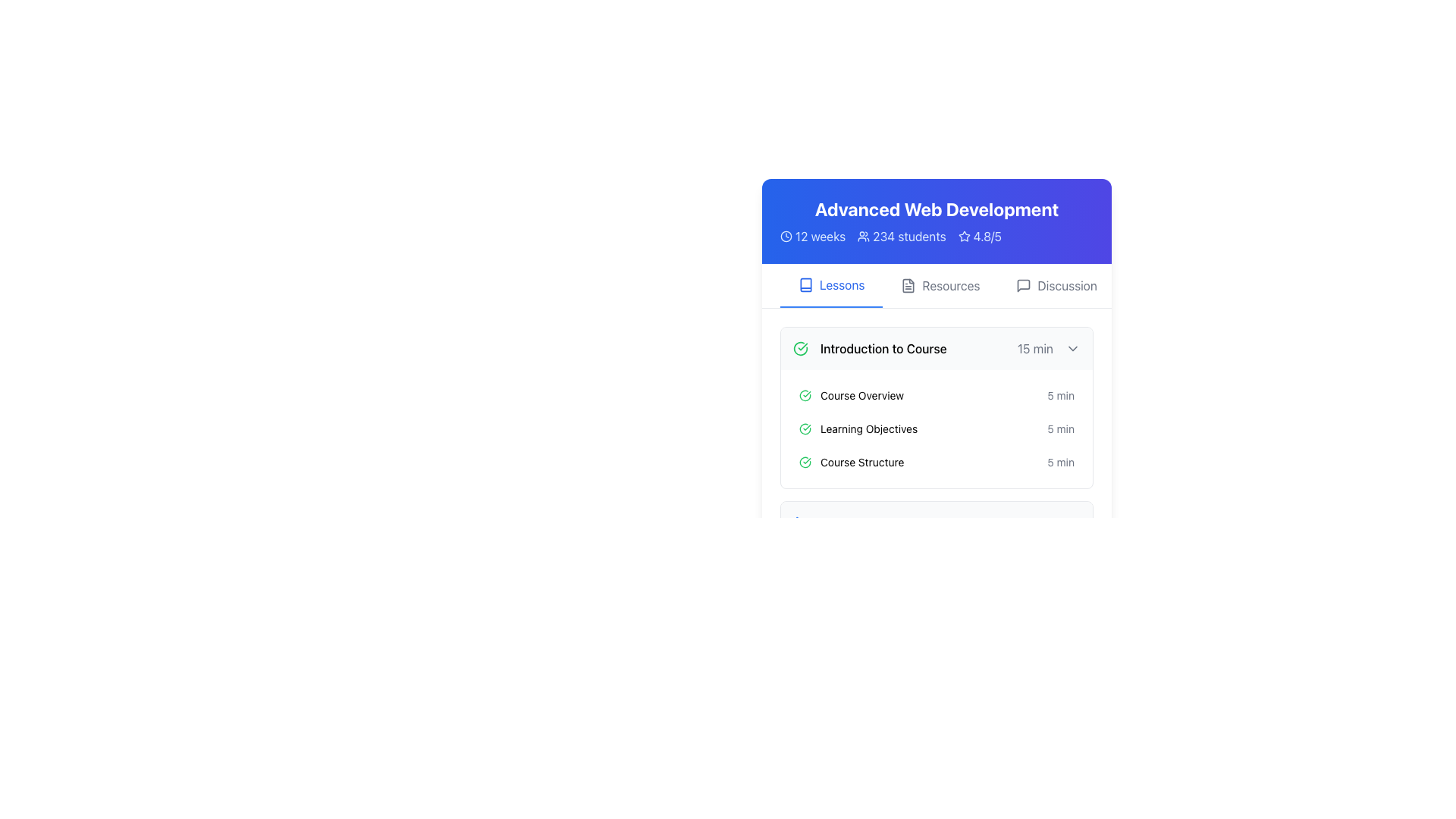  I want to click on the clock icon located in the header area of the 'Advanced Web Development' card, positioned to the left of the '12 weeks' text label, so click(786, 237).